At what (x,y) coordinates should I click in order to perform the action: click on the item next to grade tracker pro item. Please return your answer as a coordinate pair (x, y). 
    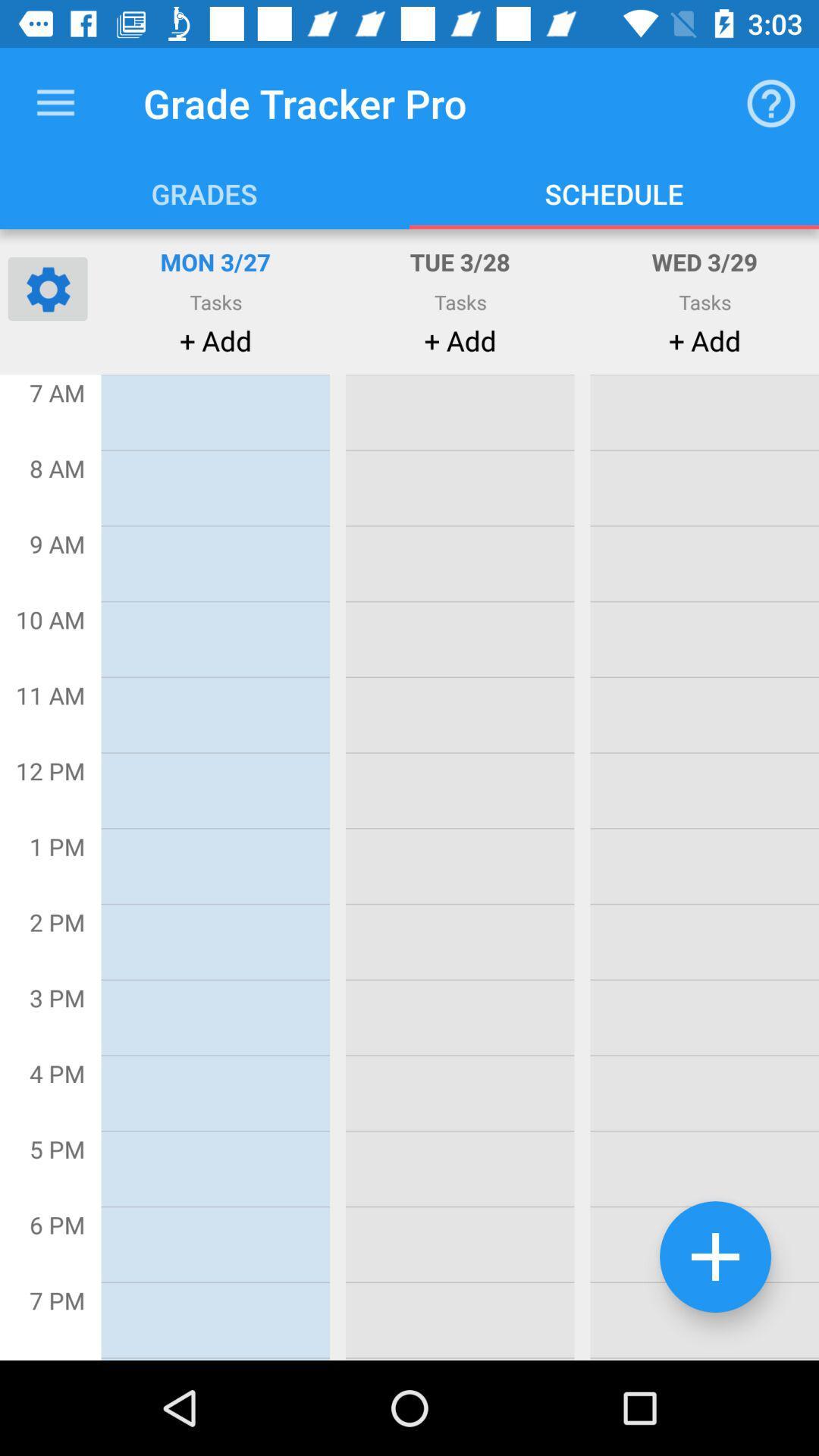
    Looking at the image, I should click on (771, 102).